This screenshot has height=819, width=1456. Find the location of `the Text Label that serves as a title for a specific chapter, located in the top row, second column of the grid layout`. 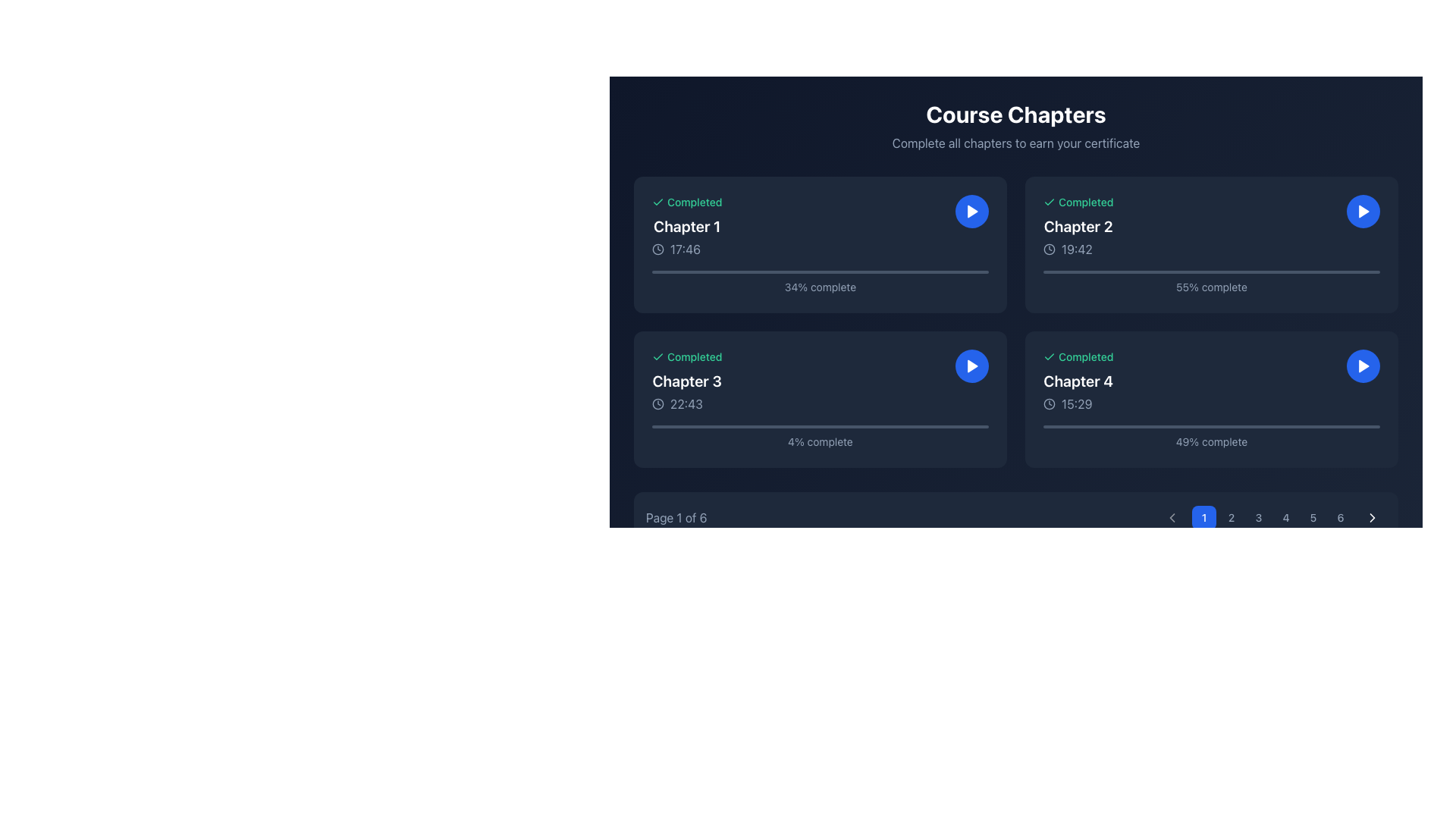

the Text Label that serves as a title for a specific chapter, located in the top row, second column of the grid layout is located at coordinates (1078, 227).